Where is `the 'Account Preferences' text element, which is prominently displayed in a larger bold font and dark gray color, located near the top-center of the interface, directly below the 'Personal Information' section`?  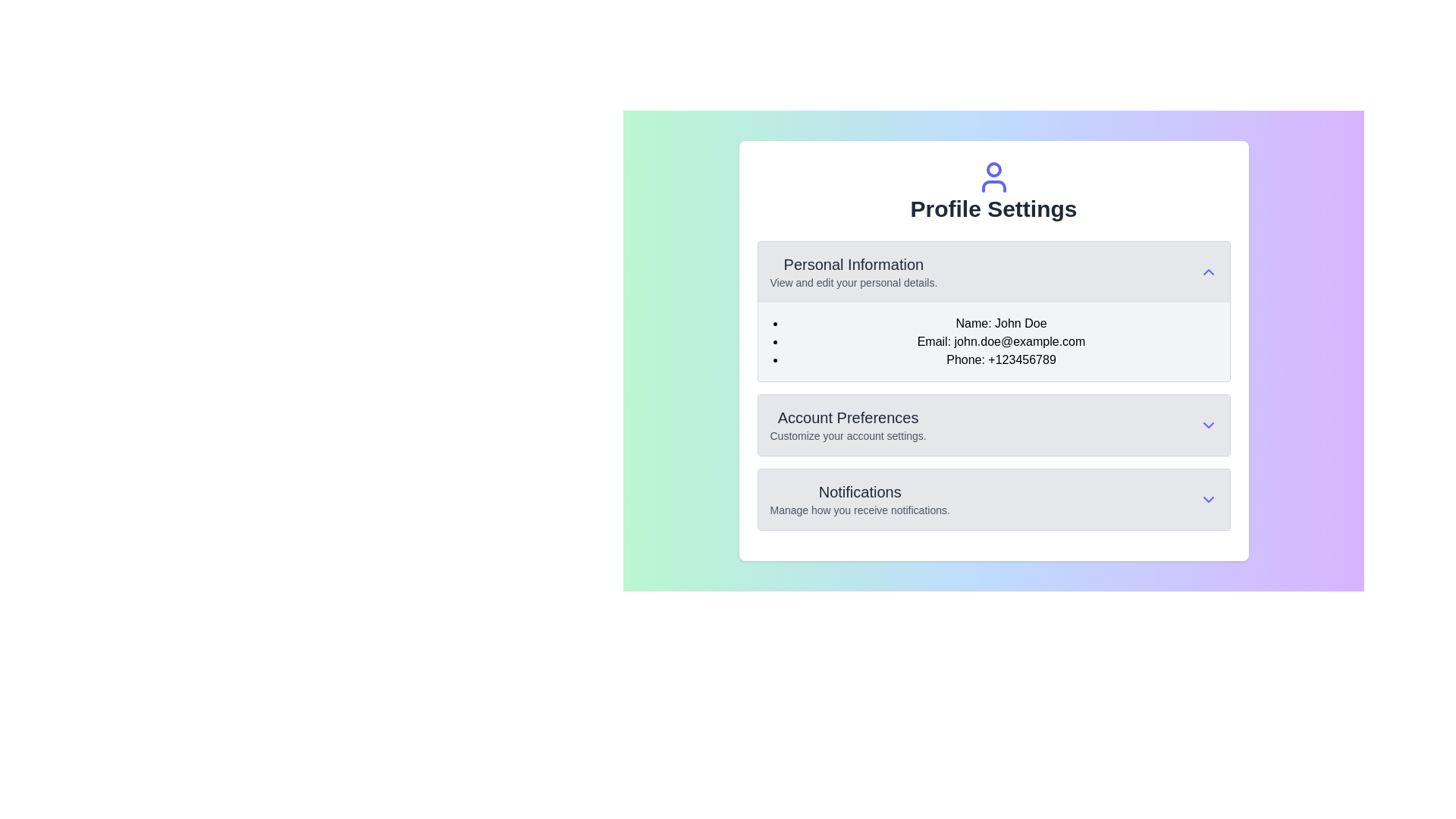 the 'Account Preferences' text element, which is prominently displayed in a larger bold font and dark gray color, located near the top-center of the interface, directly below the 'Personal Information' section is located at coordinates (847, 418).